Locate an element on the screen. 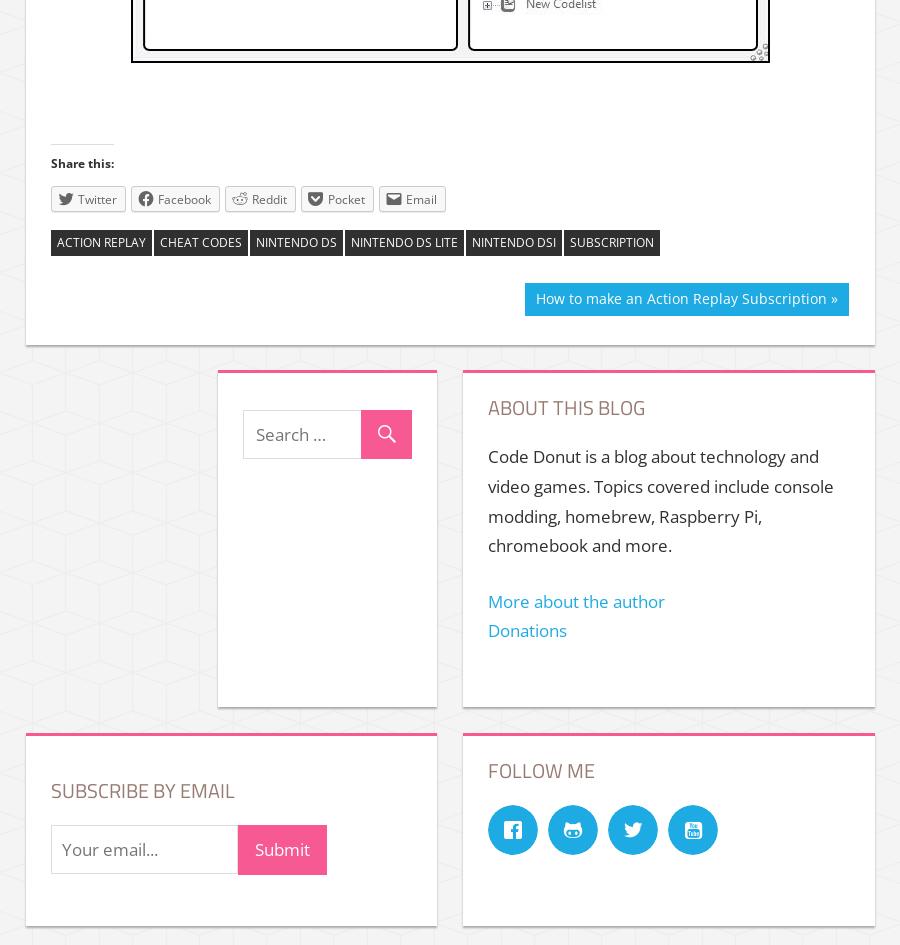 The width and height of the screenshot is (900, 945). 'cheat codes' is located at coordinates (200, 241).